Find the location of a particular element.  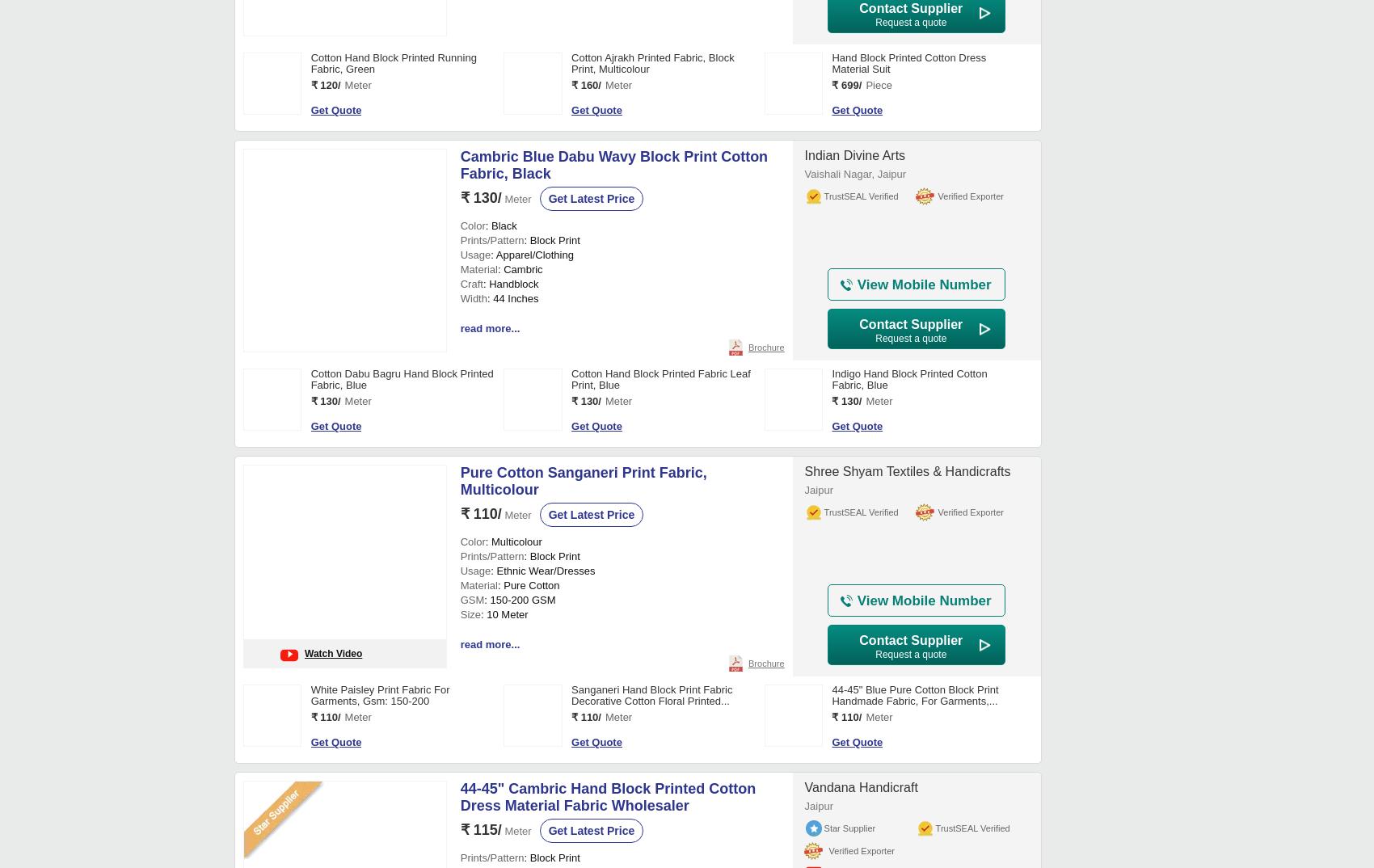

'Chennai' is located at coordinates (803, 36).